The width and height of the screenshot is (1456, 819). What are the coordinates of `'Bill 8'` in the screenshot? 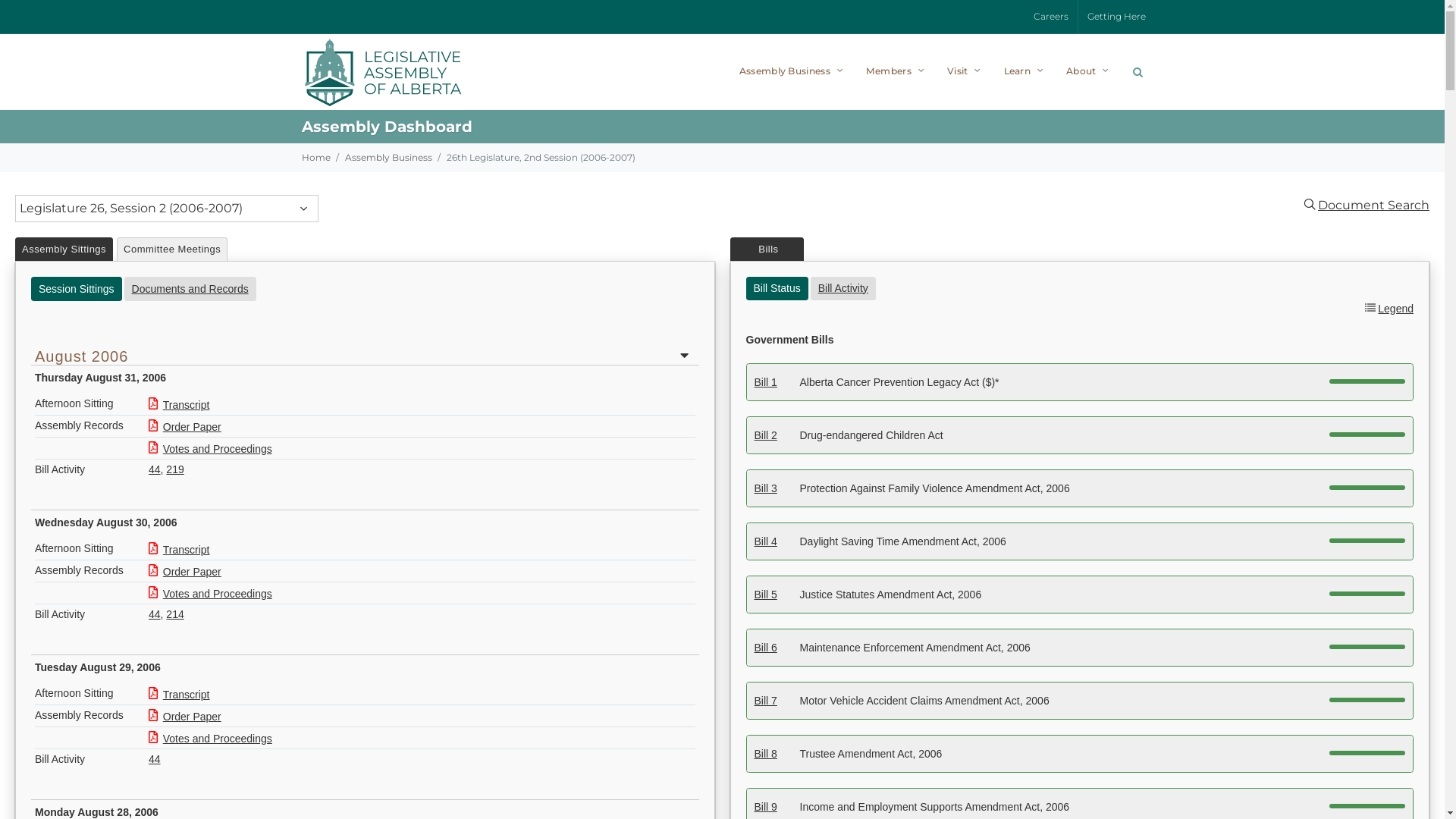 It's located at (764, 754).